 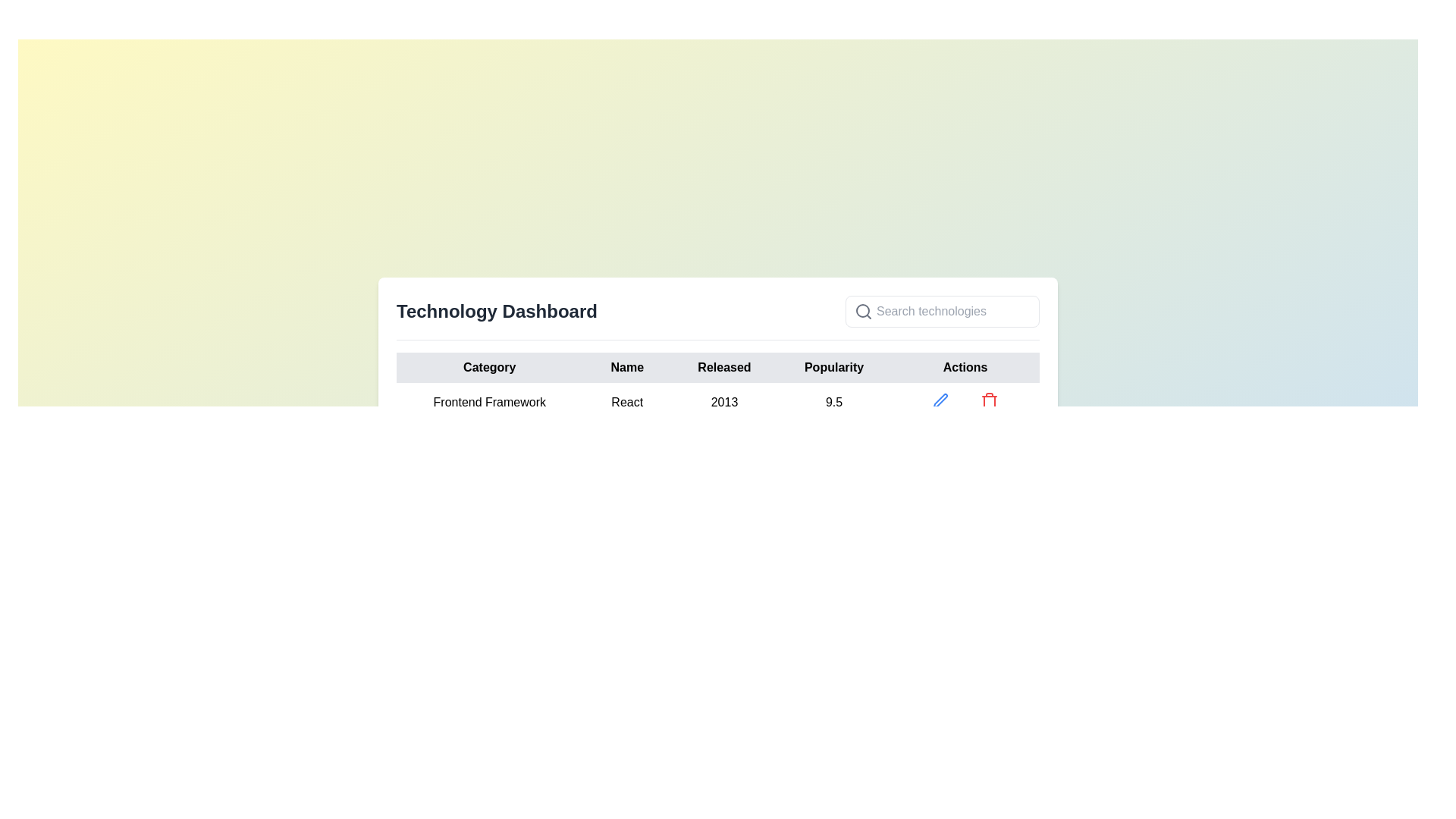 What do you see at coordinates (717, 368) in the screenshot?
I see `header labels of the Table Header Row which includes 'Category', 'Name', 'Released', 'Popularity', and 'Actions'` at bounding box center [717, 368].